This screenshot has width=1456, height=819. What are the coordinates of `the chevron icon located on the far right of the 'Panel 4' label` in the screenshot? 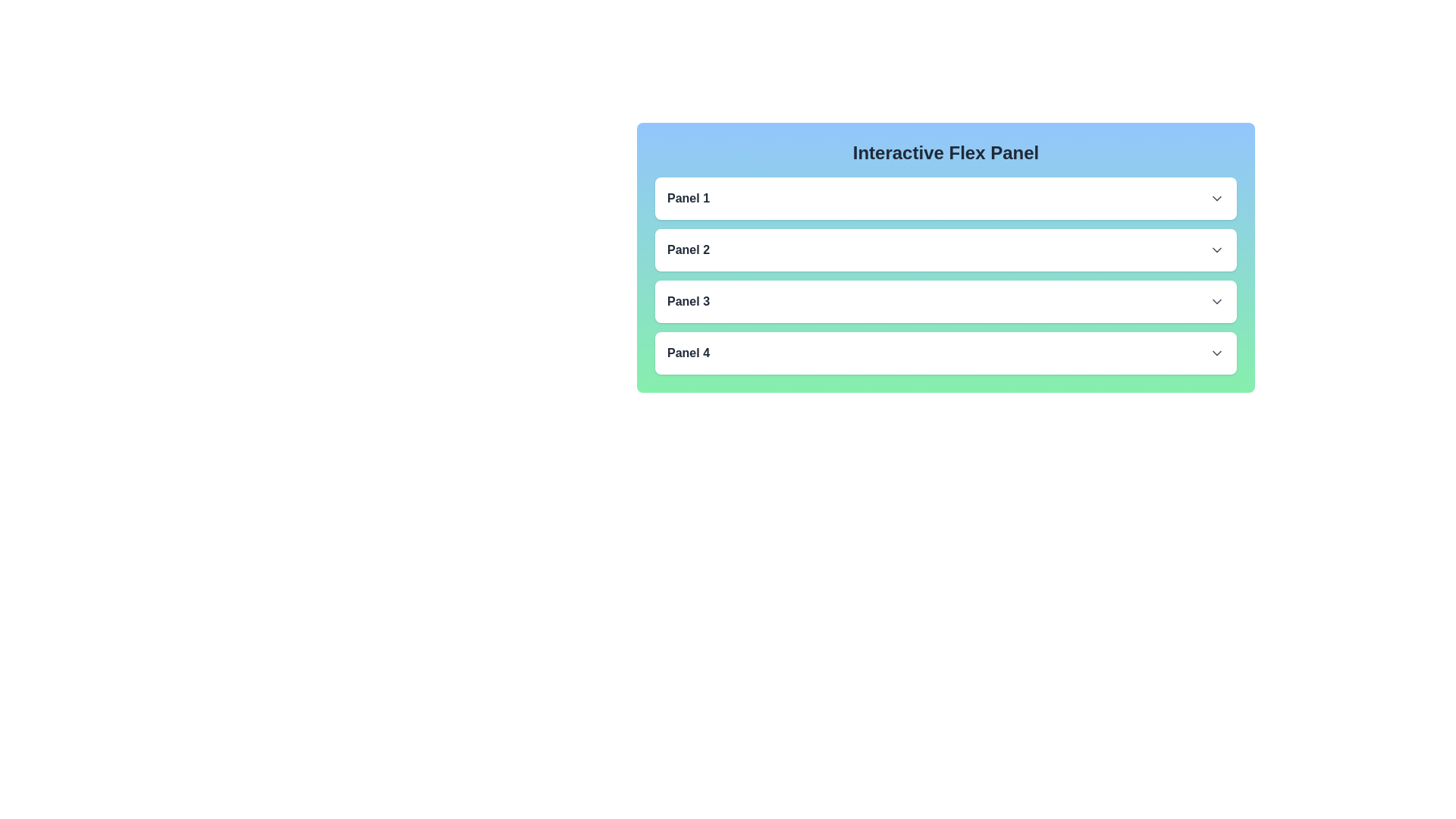 It's located at (1216, 353).